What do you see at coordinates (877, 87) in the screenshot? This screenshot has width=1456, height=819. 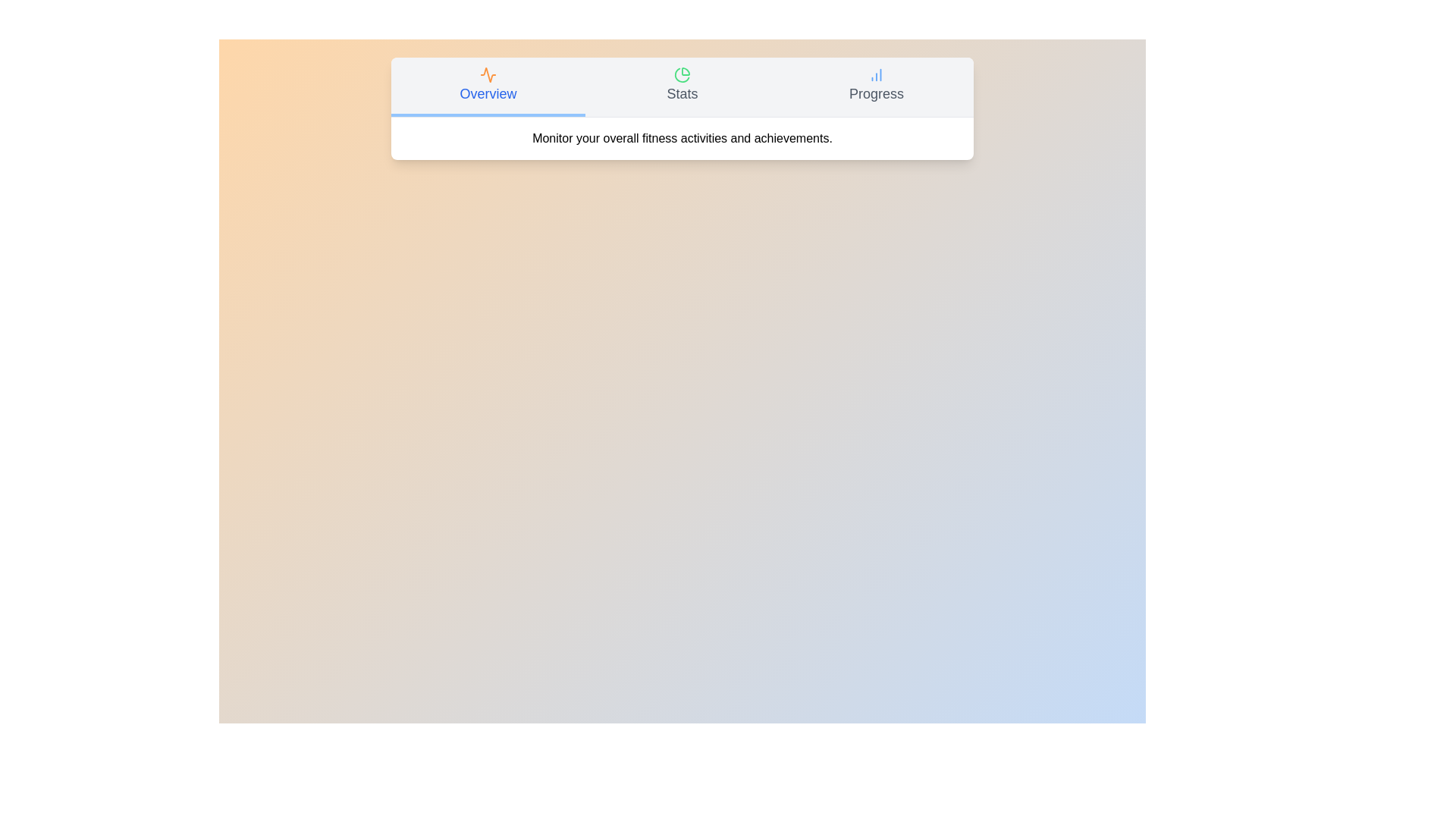 I see `the tab labeled Progress to preview its hover style` at bounding box center [877, 87].